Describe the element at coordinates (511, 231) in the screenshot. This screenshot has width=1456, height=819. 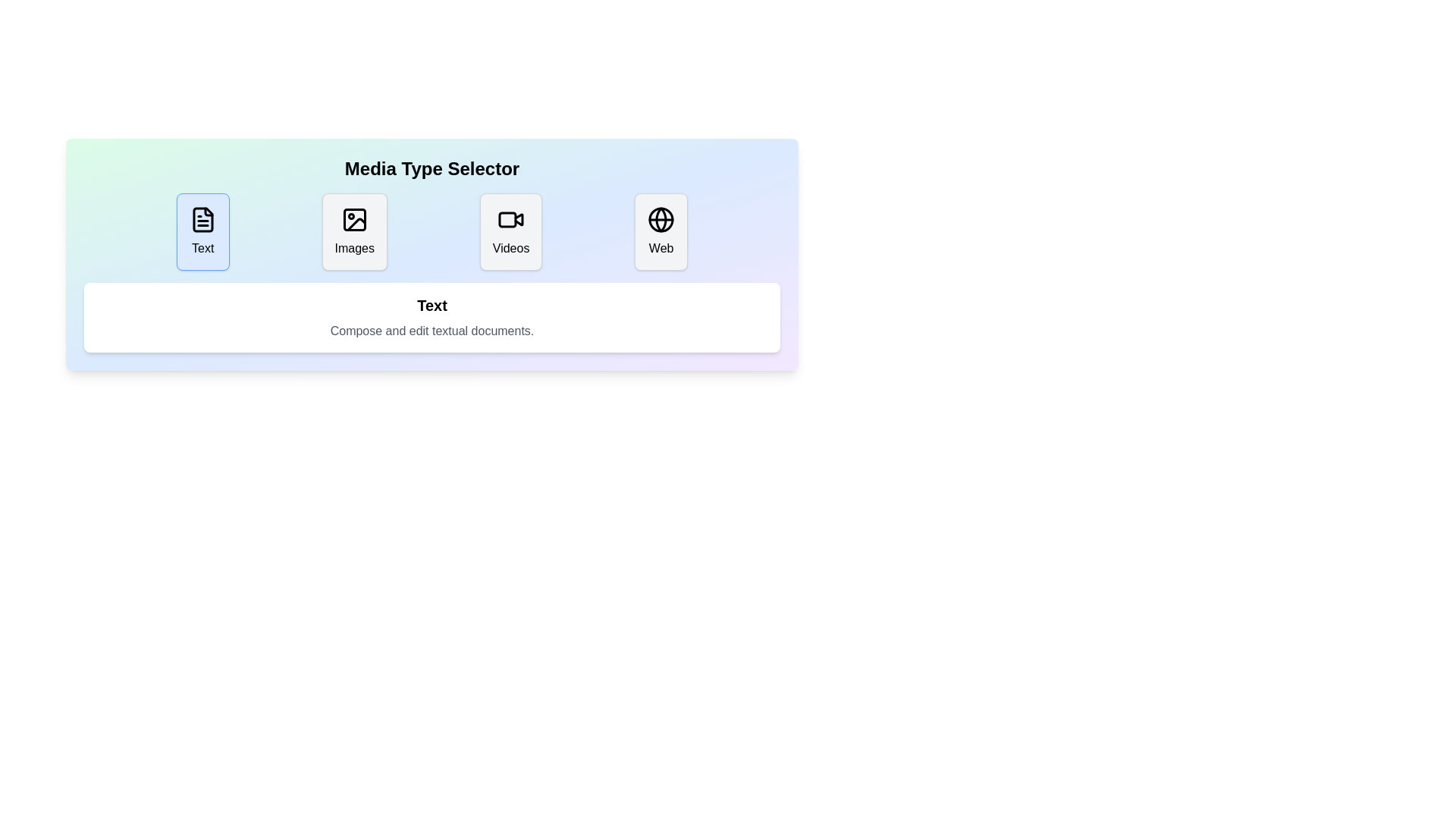
I see `the 'Videos' button, which is the third button from the left in a row of four` at that location.